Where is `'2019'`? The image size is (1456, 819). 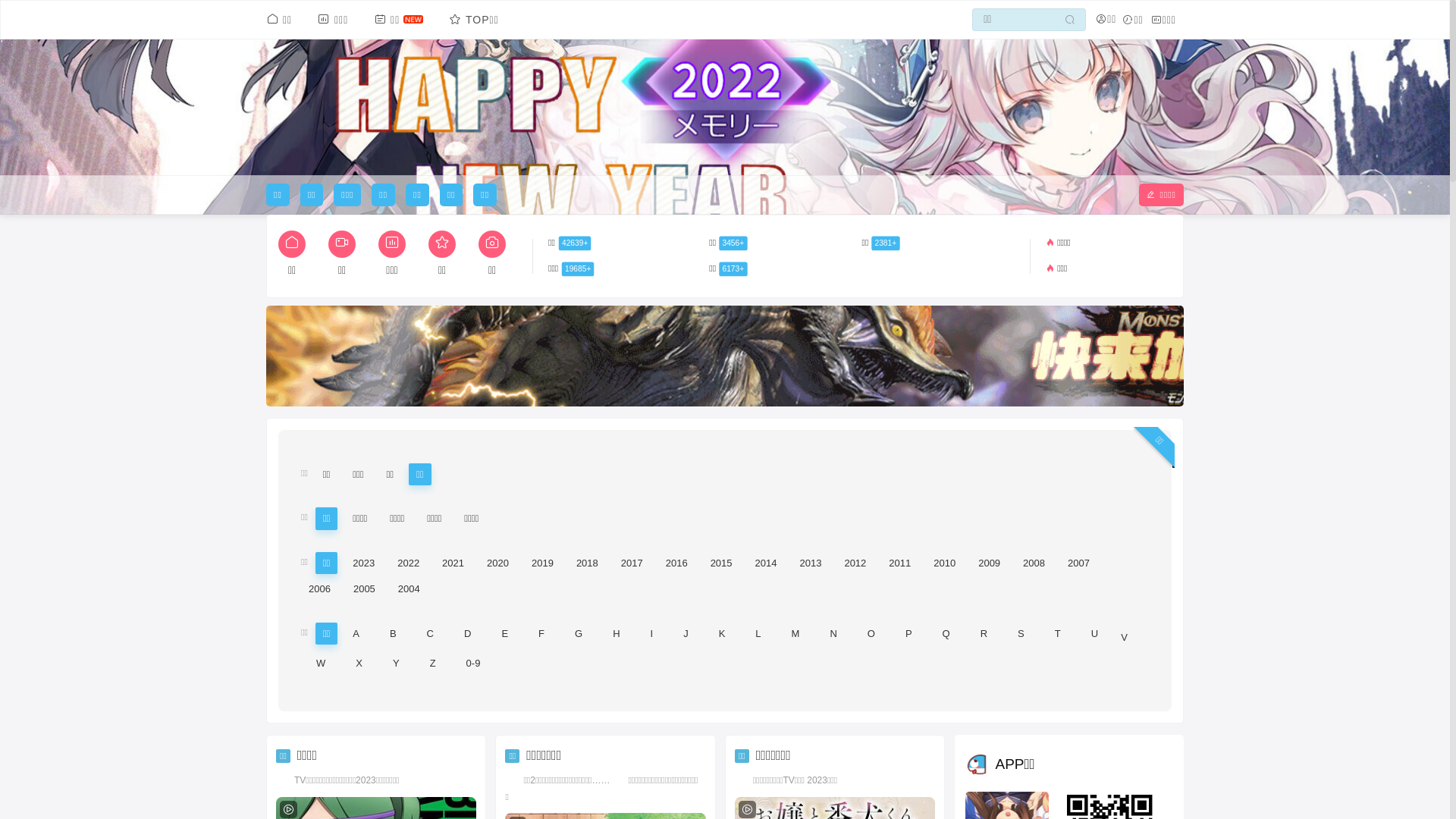
'2019' is located at coordinates (542, 563).